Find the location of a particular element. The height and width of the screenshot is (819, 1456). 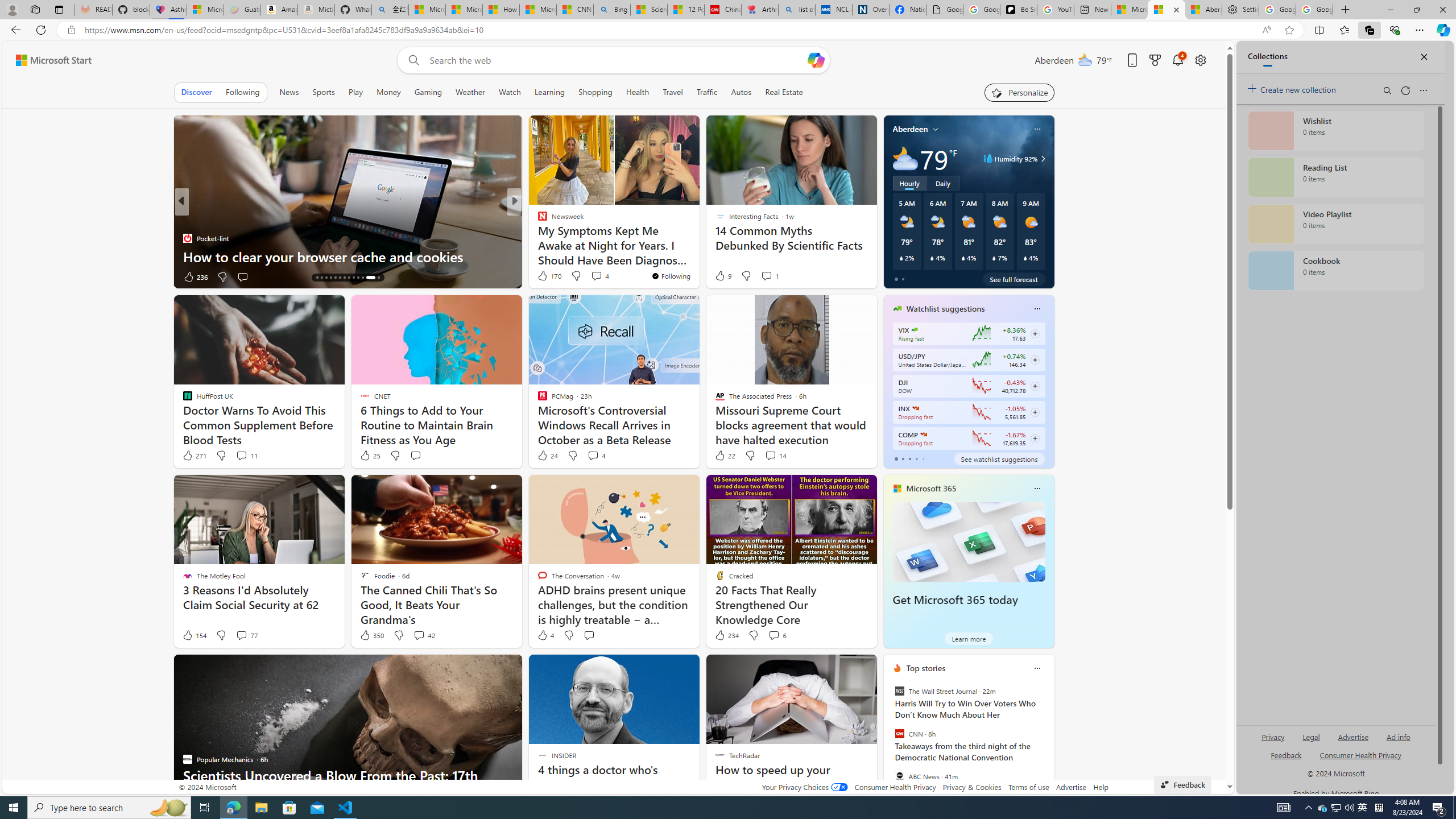

'Health' is located at coordinates (638, 92).